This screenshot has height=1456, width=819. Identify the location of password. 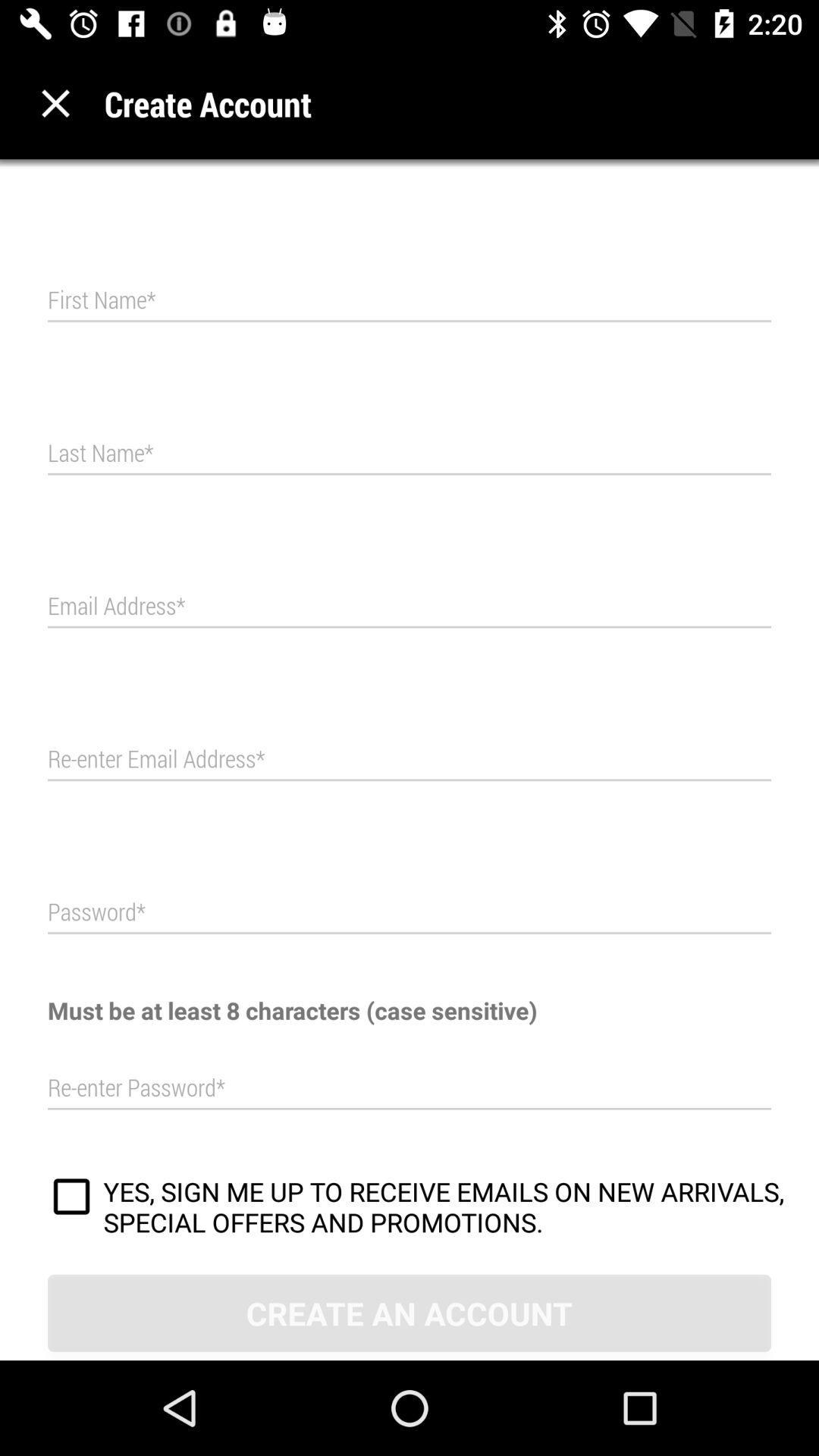
(409, 912).